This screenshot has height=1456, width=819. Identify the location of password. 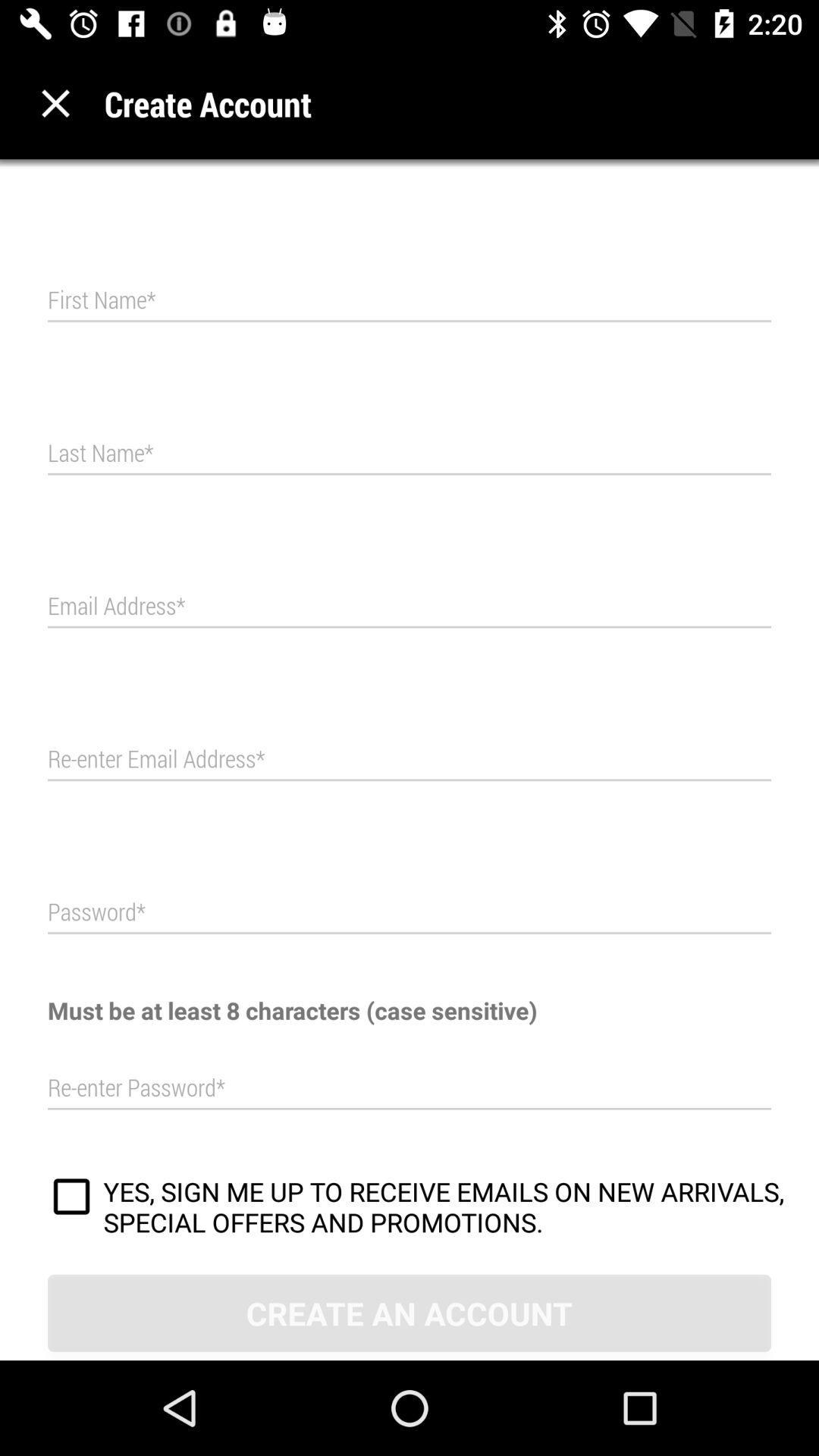
(409, 912).